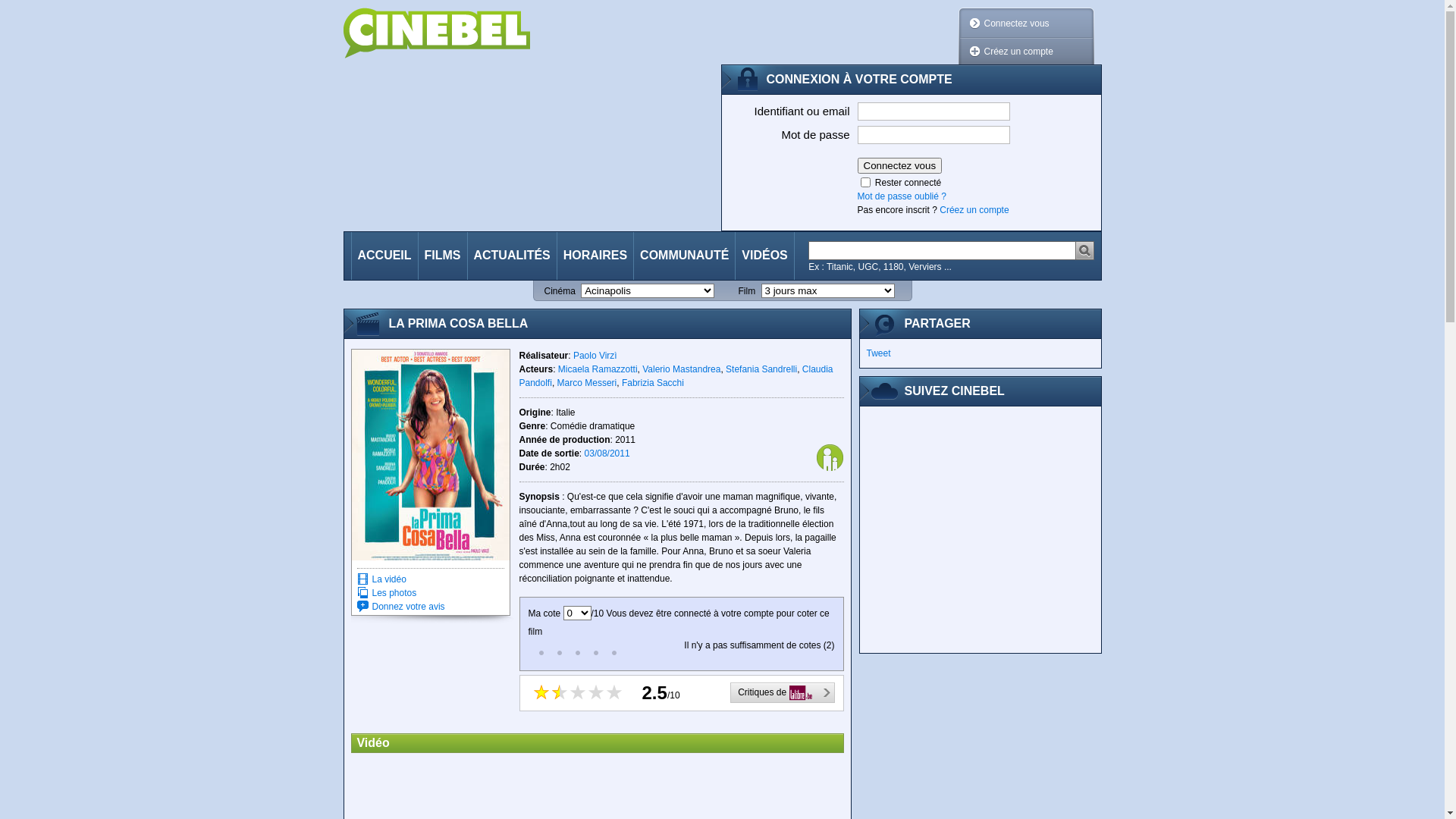  What do you see at coordinates (607, 452) in the screenshot?
I see `'03/08/2011'` at bounding box center [607, 452].